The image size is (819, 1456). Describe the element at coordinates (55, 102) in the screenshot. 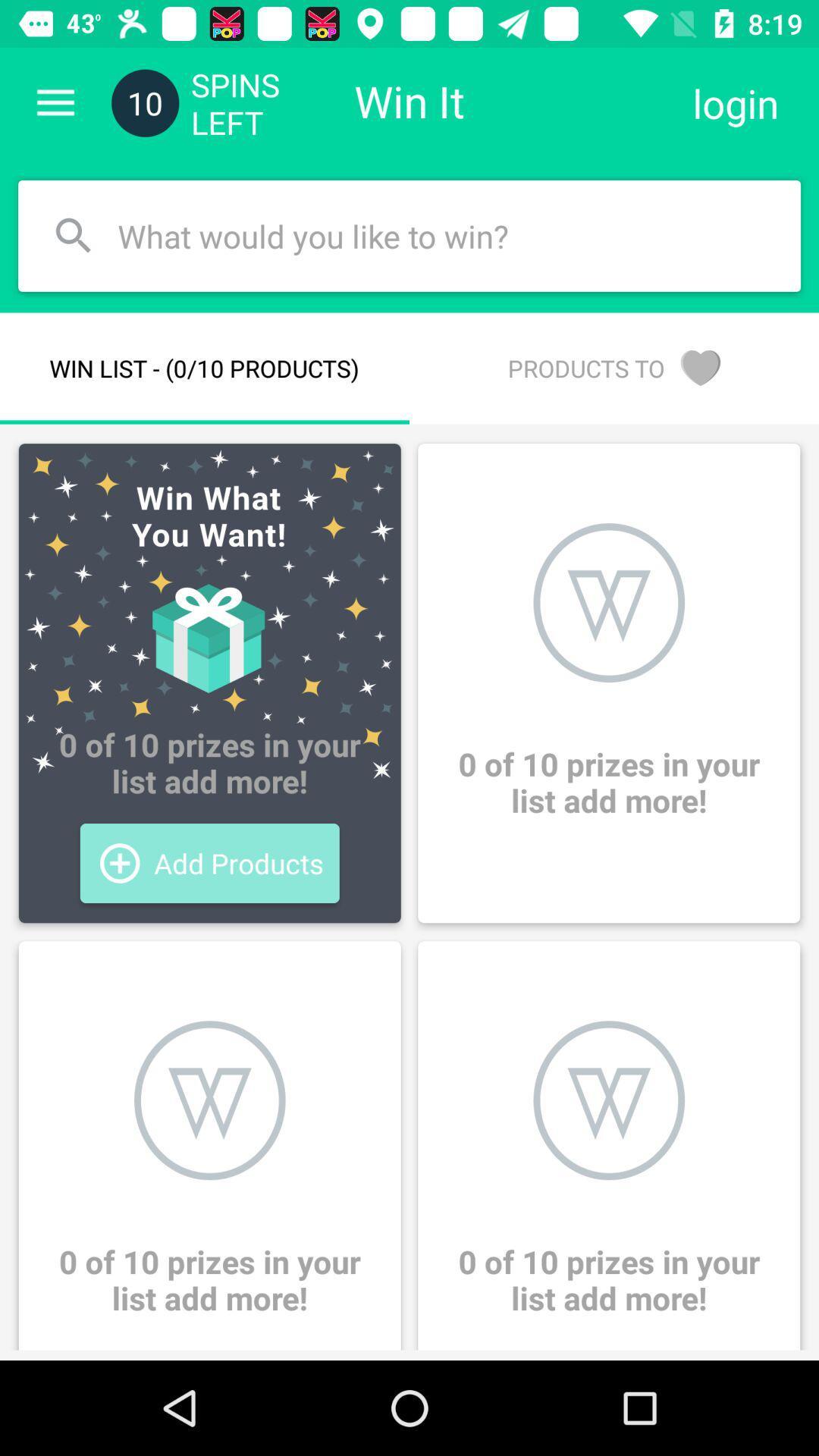

I see `item next to 10 item` at that location.